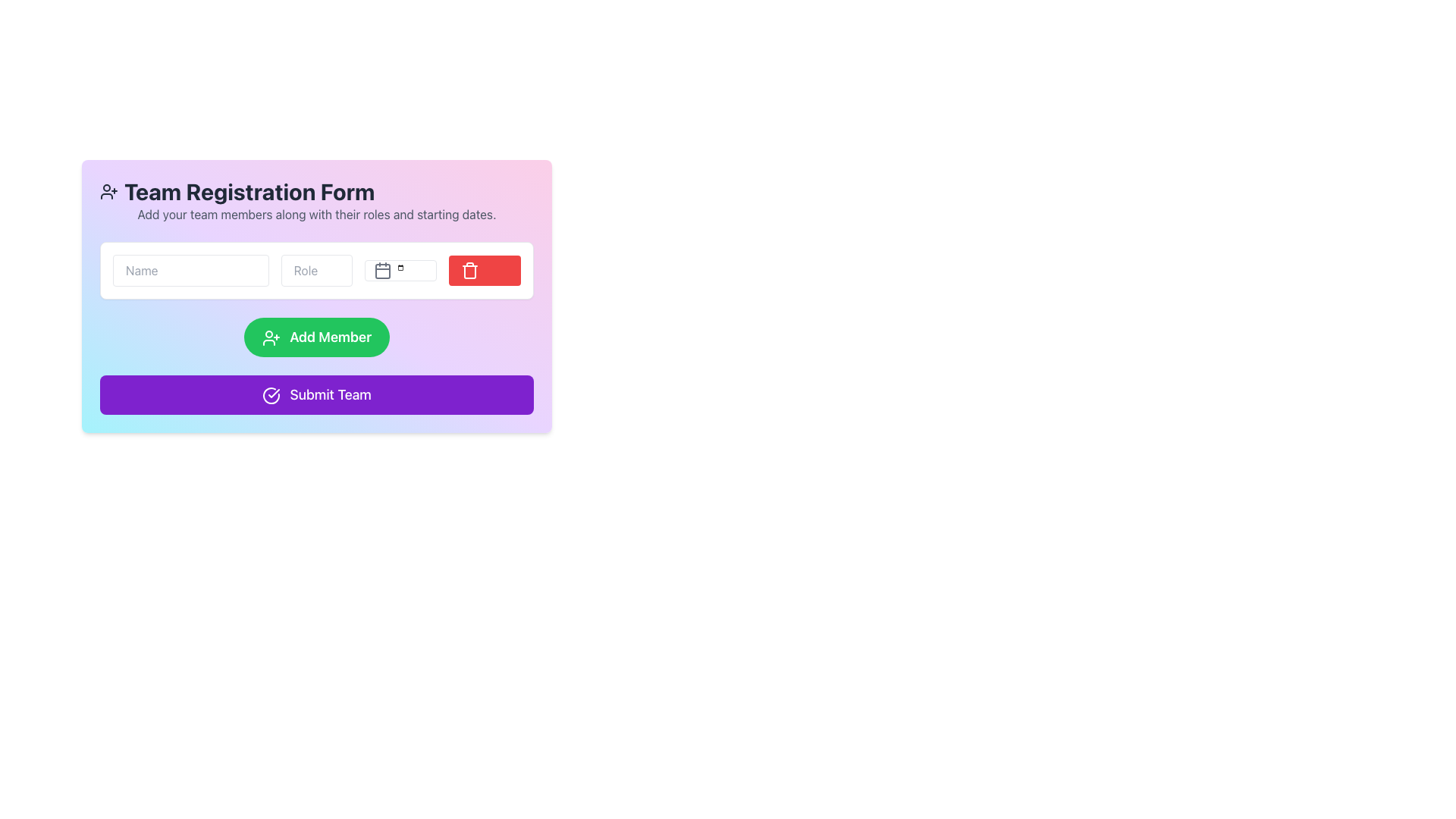 The width and height of the screenshot is (1456, 819). I want to click on the button located below the 'Name' and 'Role' input fields and above the 'Submit Team' button, so click(315, 336).